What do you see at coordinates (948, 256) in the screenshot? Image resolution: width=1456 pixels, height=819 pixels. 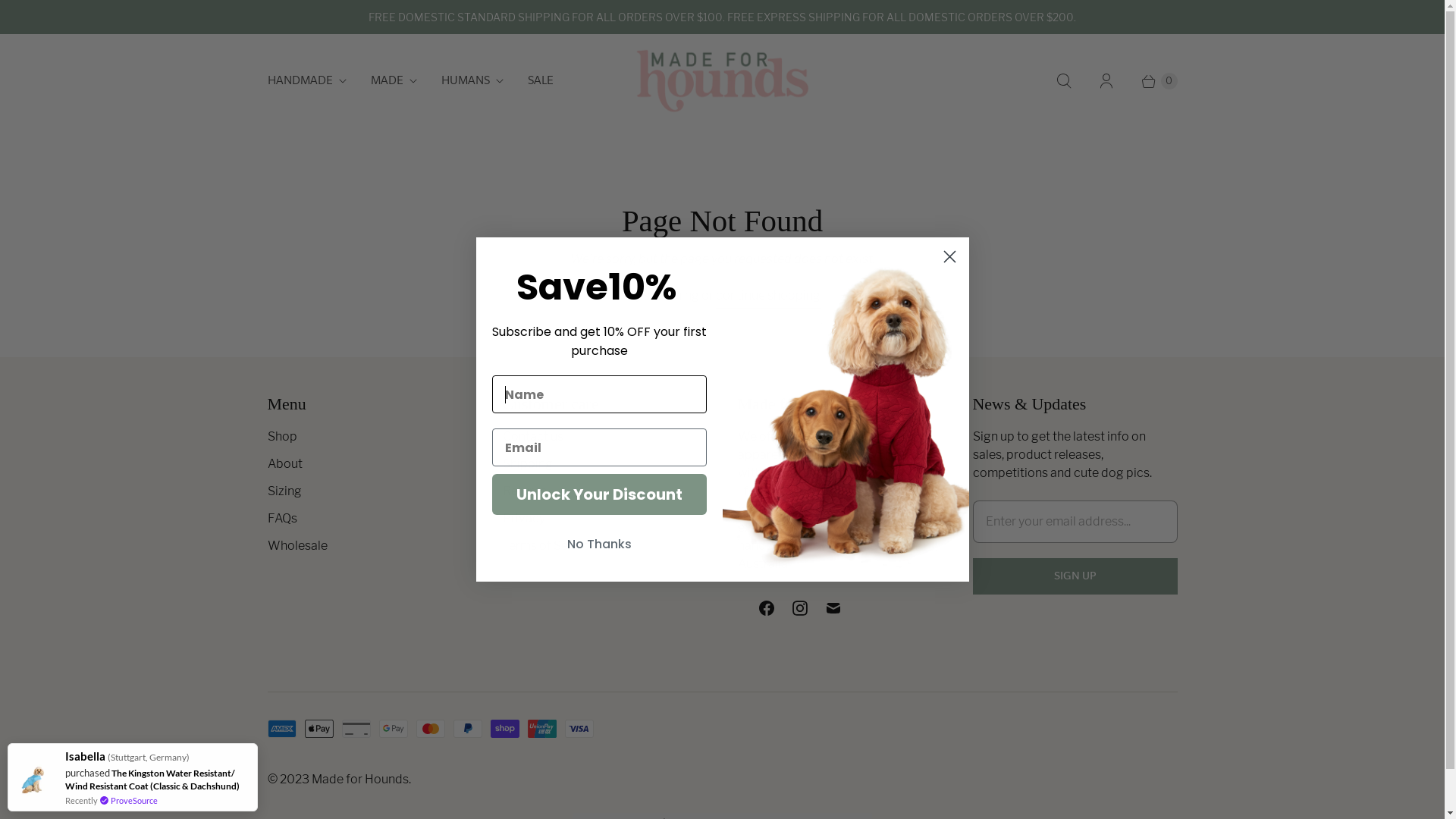 I see `'Close dialog 1'` at bounding box center [948, 256].